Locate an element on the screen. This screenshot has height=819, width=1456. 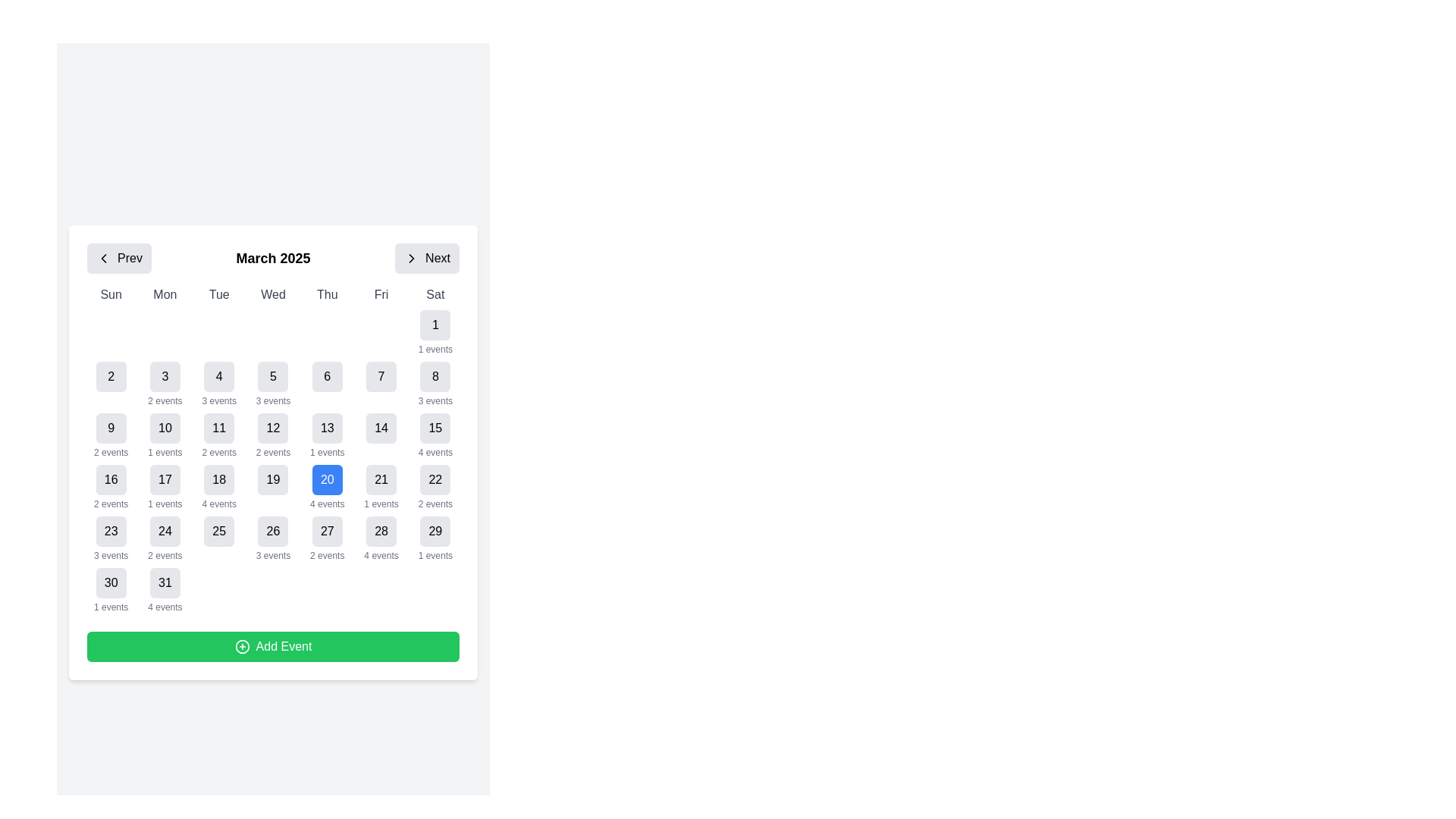
the Calendar Day Cell representing the 6th day of the month is located at coordinates (326, 383).